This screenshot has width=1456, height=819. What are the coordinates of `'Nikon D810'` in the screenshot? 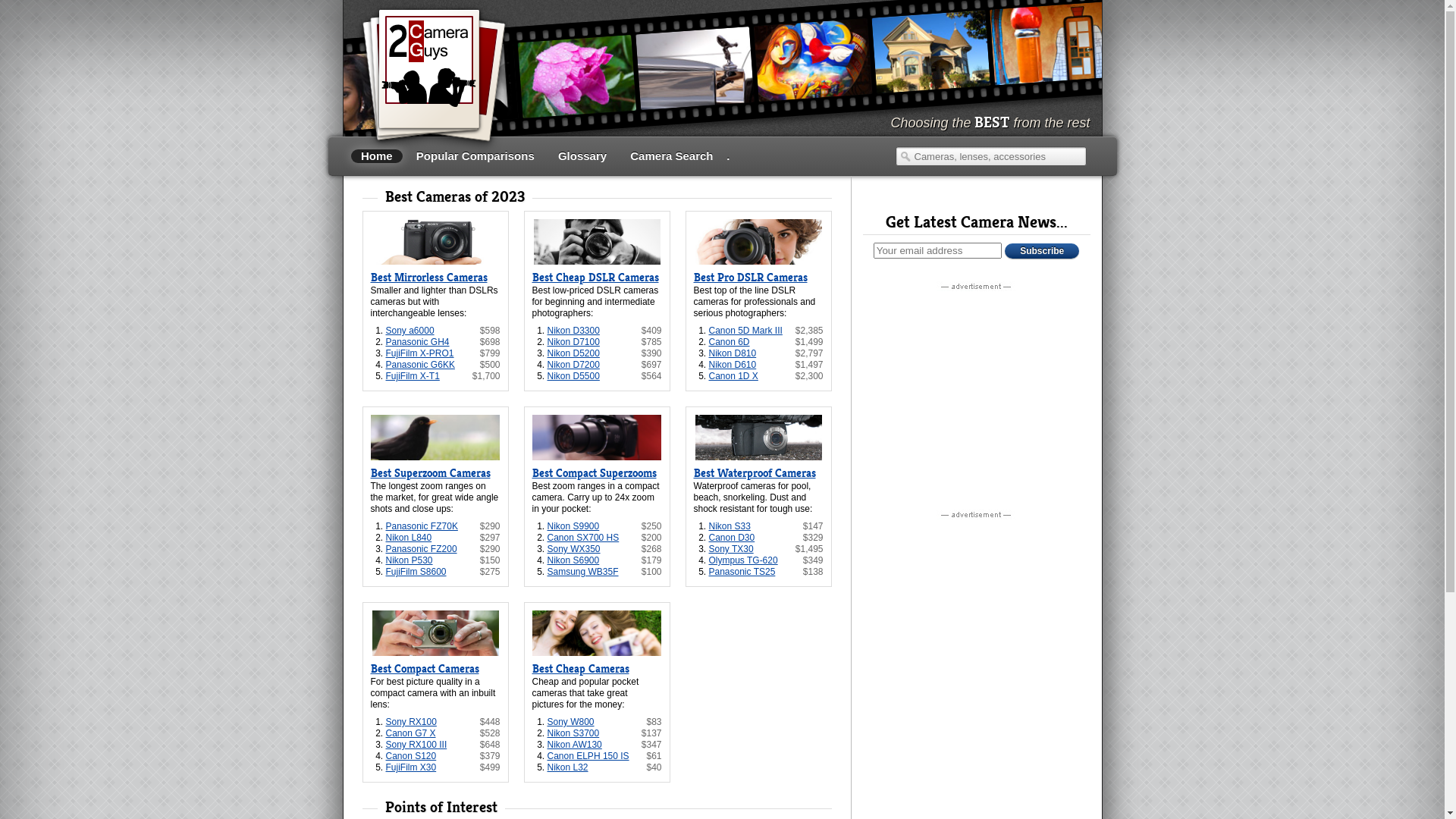 It's located at (708, 353).